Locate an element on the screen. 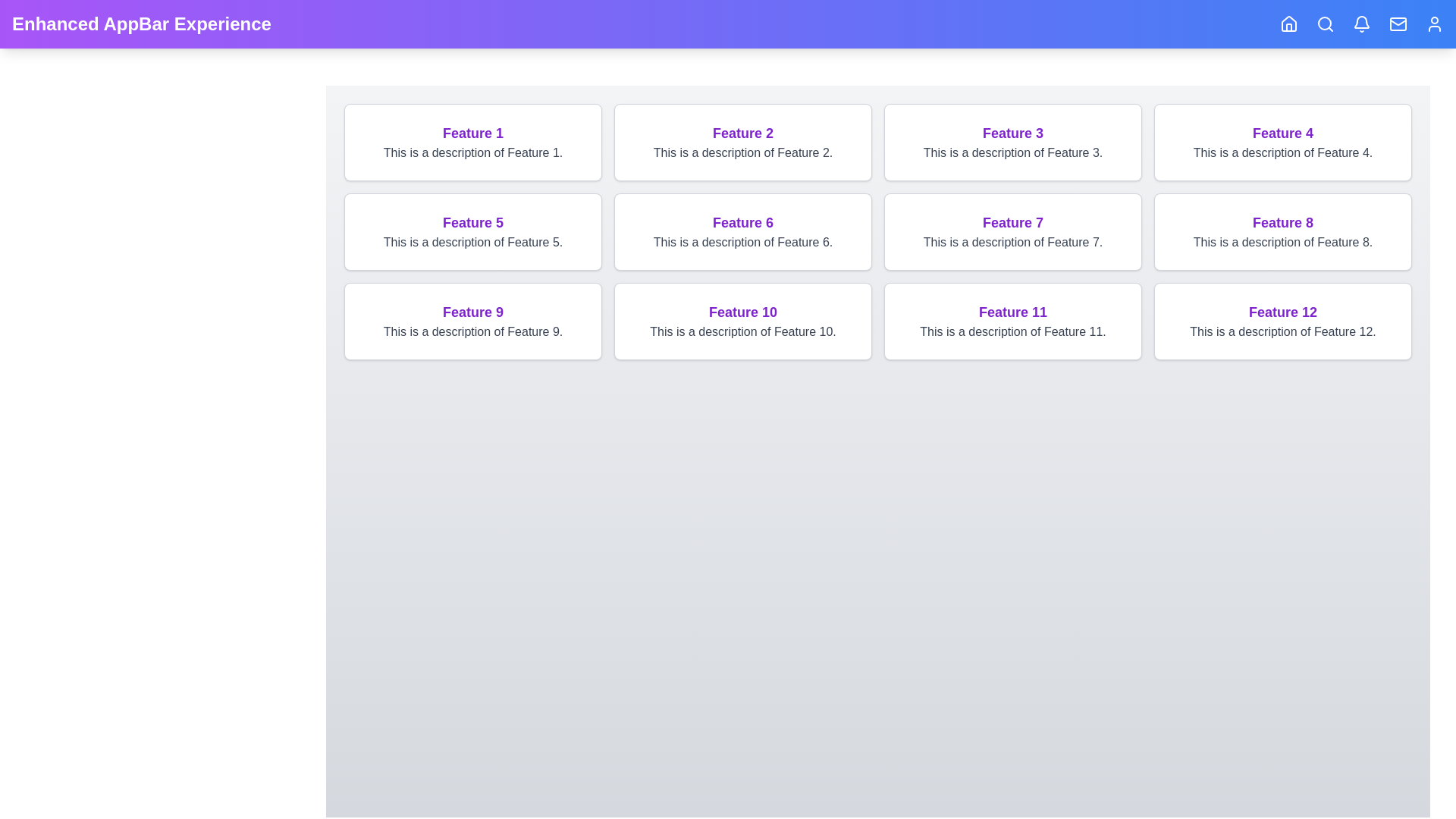  the header text by selecting it is located at coordinates (11, 11).